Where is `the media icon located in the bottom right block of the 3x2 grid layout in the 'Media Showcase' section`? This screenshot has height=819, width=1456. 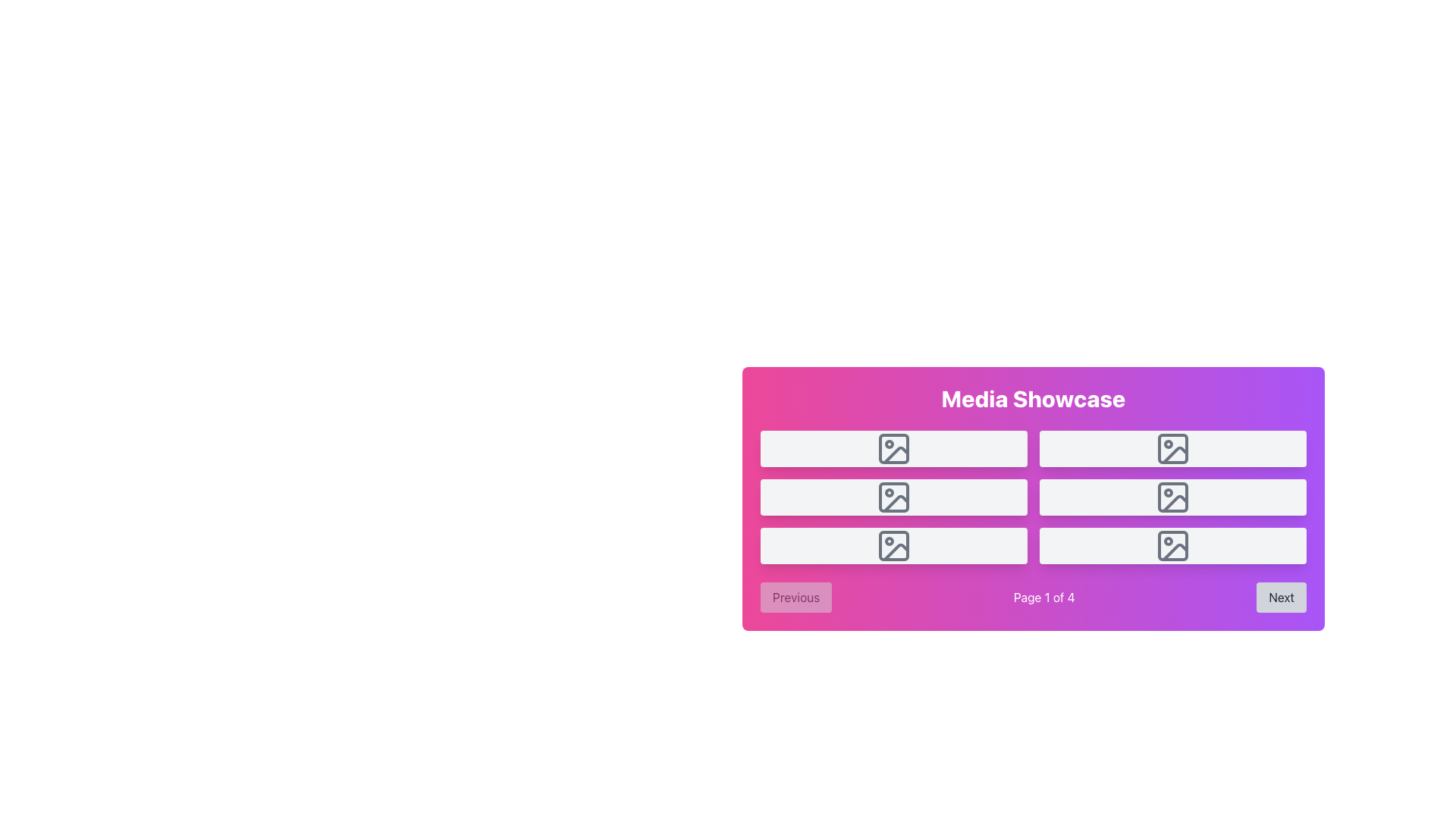 the media icon located in the bottom right block of the 3x2 grid layout in the 'Media Showcase' section is located at coordinates (1172, 546).